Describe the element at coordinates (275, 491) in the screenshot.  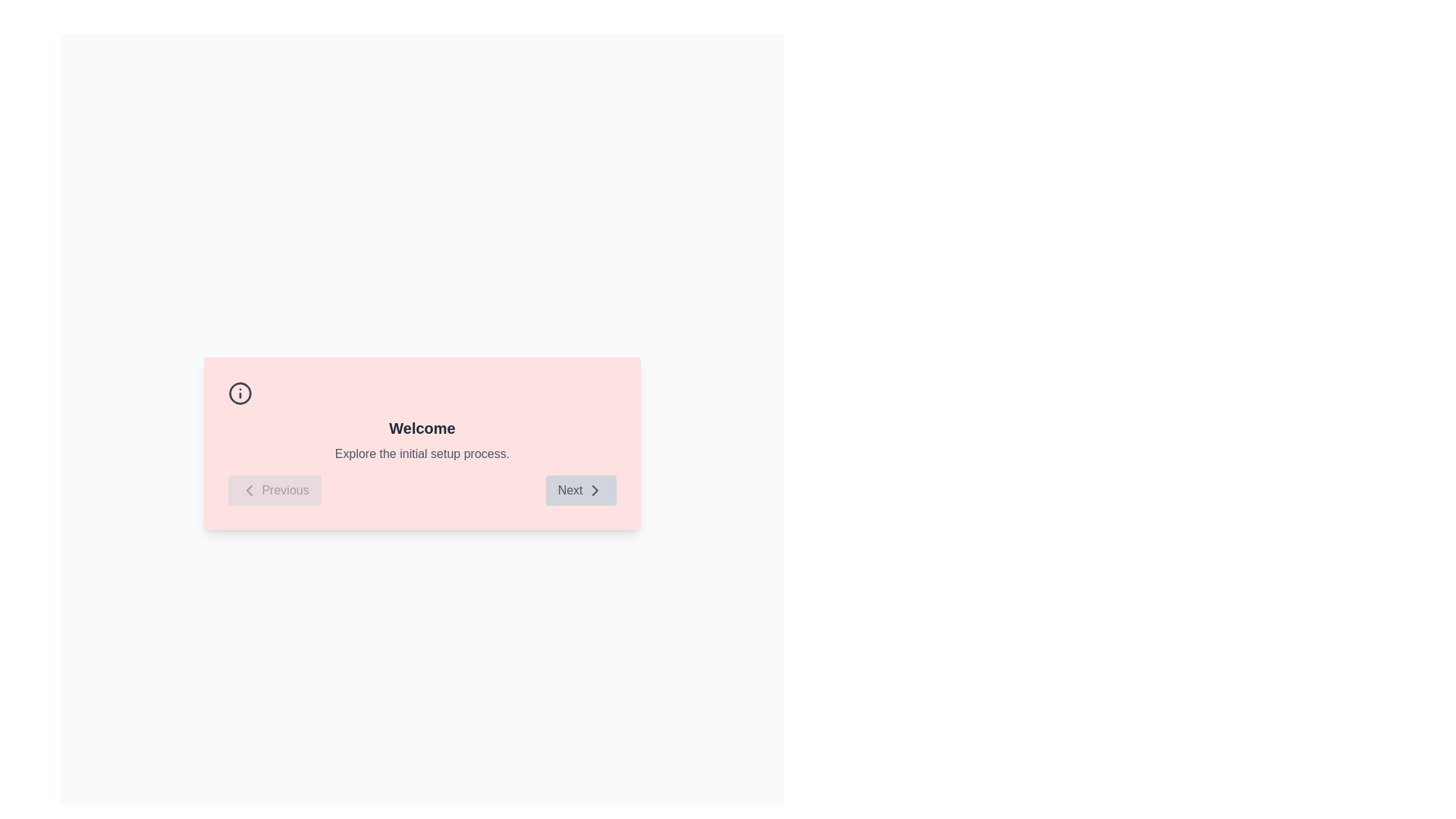
I see `the 'Previous' button, which is a rectangular button with rounded corners located at the bottom-left corner of the pink box containing a 'Welcome' message` at that location.